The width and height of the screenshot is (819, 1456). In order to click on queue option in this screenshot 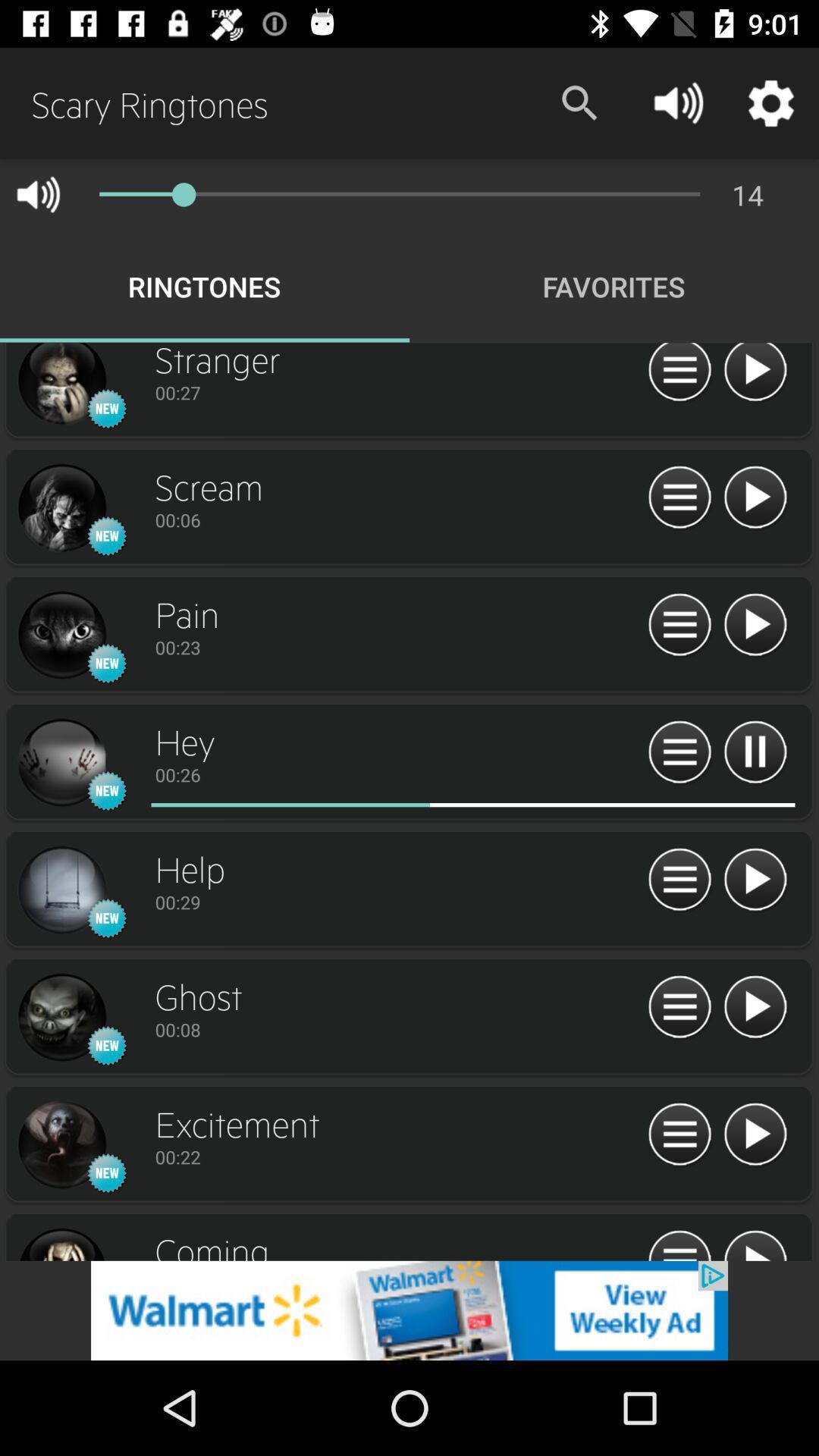, I will do `click(679, 1135)`.